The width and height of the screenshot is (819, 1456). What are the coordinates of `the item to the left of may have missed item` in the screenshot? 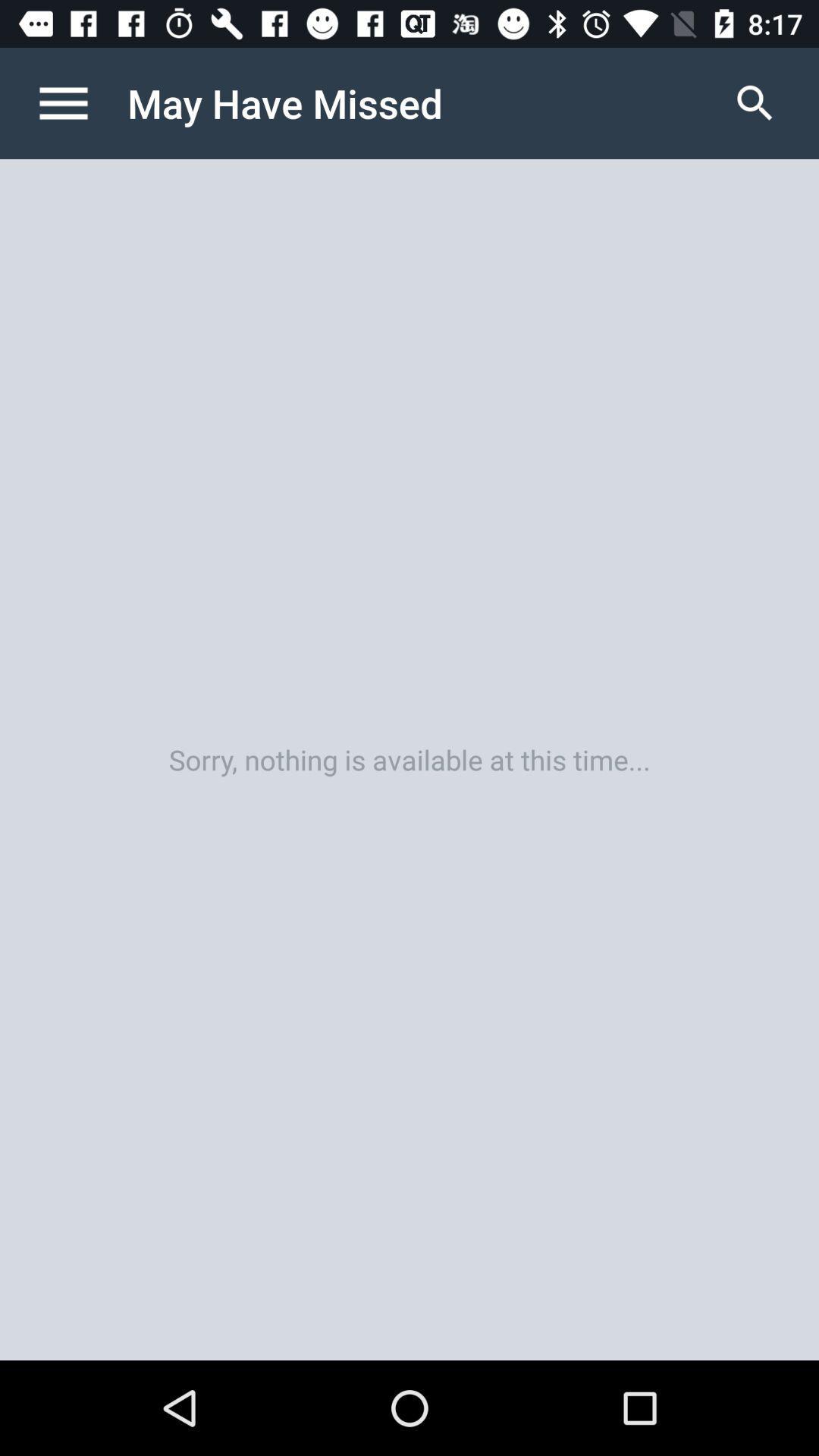 It's located at (79, 102).